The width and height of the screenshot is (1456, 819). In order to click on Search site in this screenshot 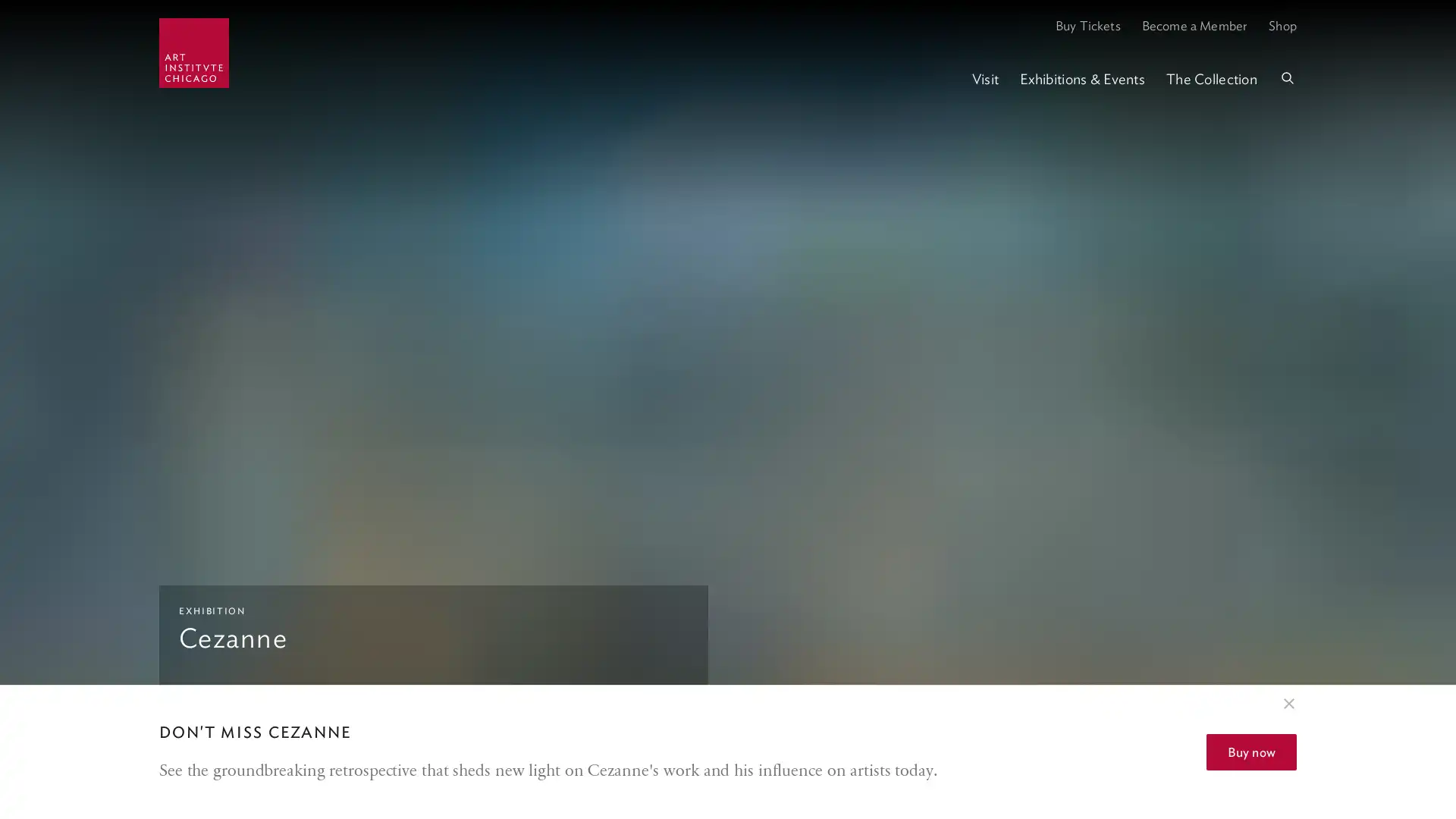, I will do `click(1287, 79)`.